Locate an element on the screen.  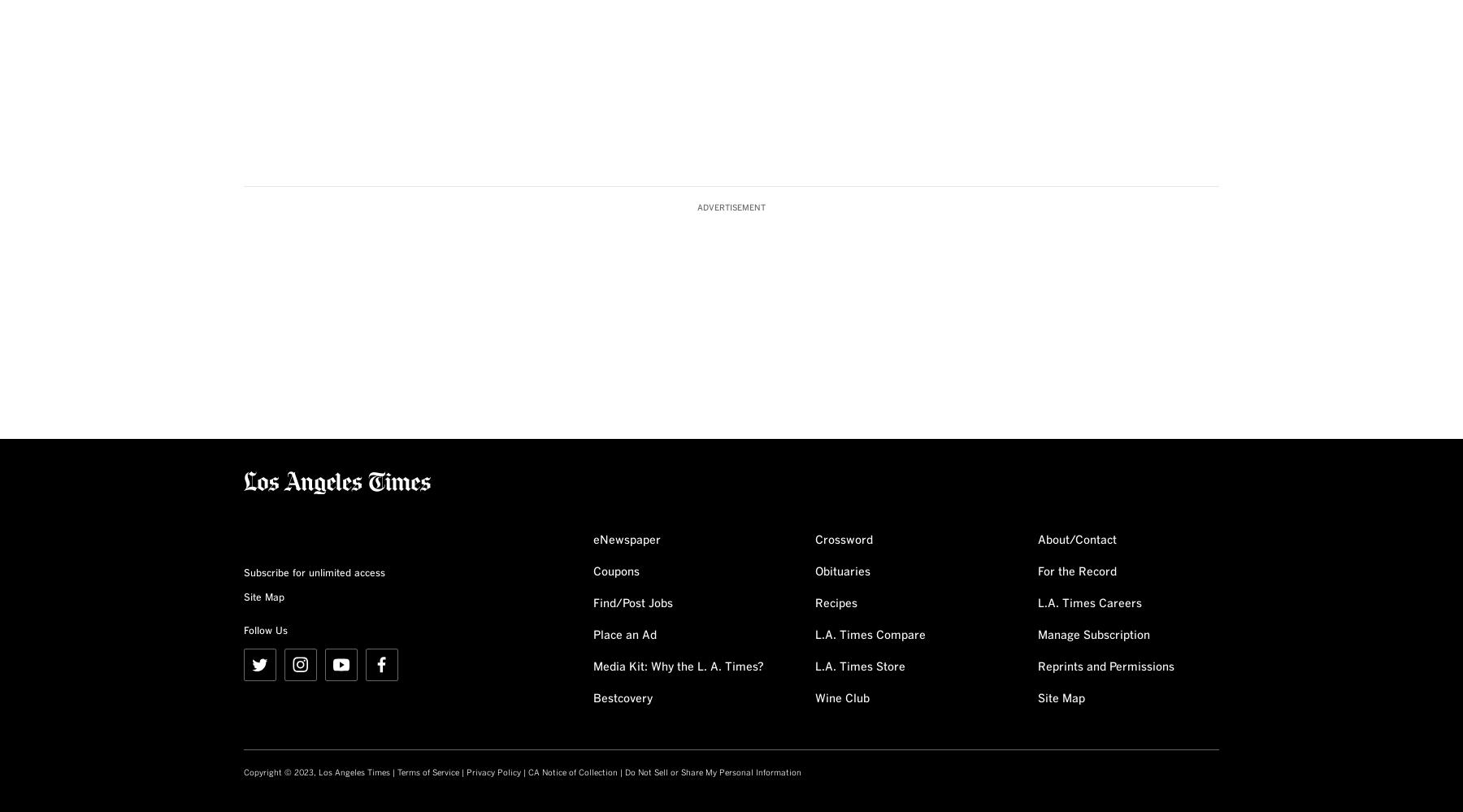
'L.A. Times Careers' is located at coordinates (1088, 602).